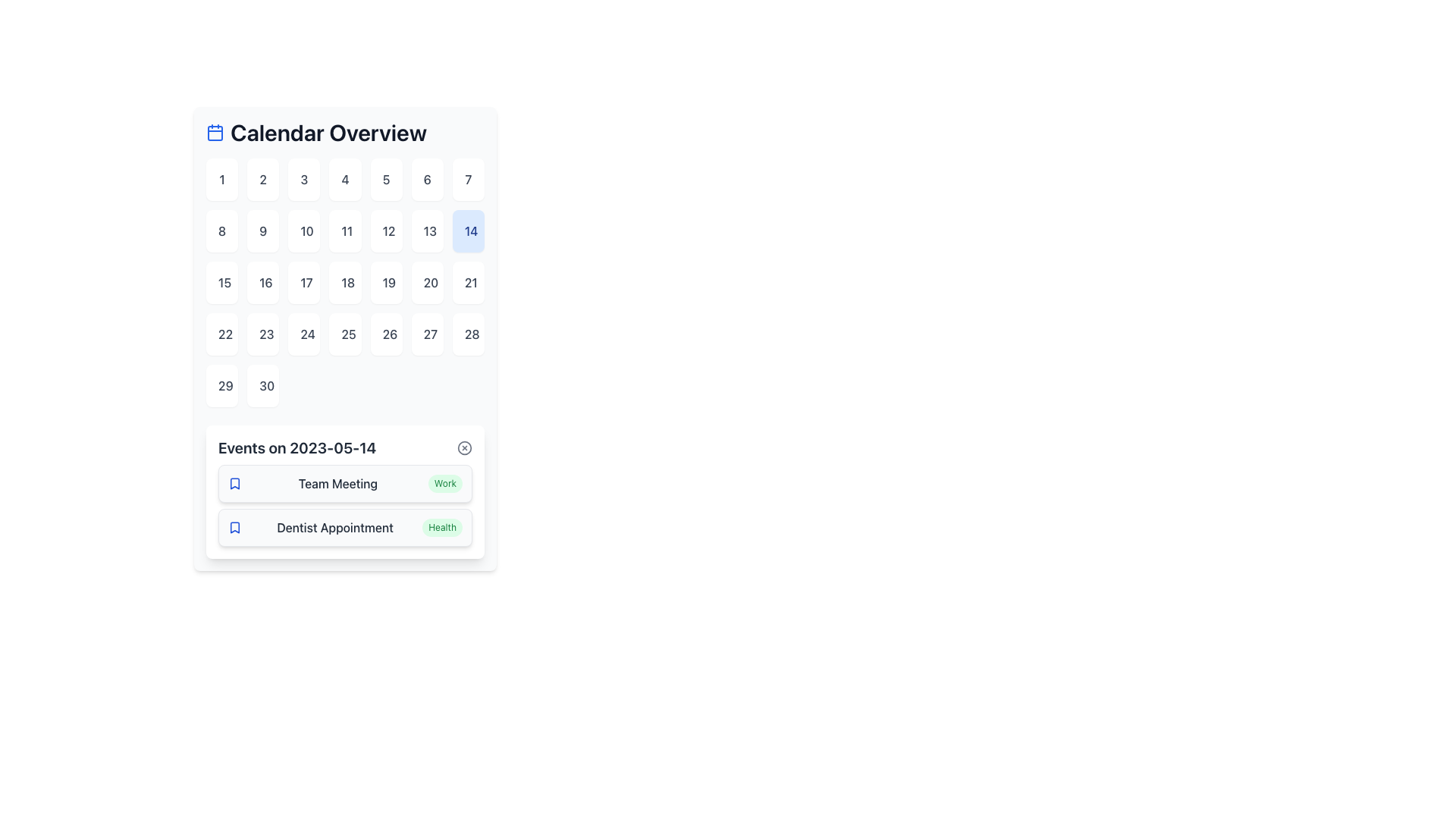 This screenshot has height=819, width=1456. What do you see at coordinates (234, 526) in the screenshot?
I see `the blue outlined bookmark icon next to the 'Dentist Appointment' text within the card component` at bounding box center [234, 526].